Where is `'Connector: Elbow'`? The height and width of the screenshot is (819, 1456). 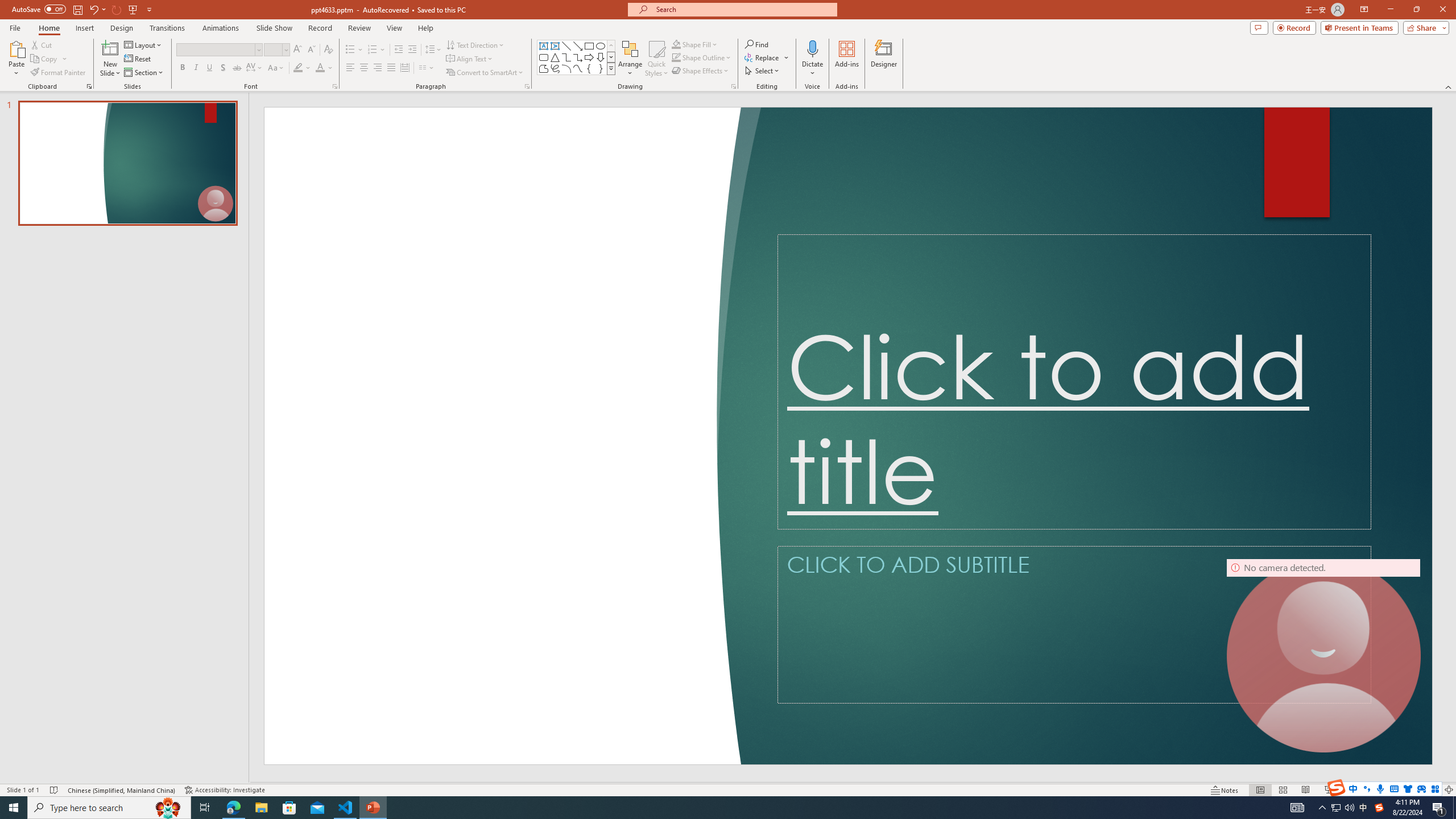 'Connector: Elbow' is located at coordinates (565, 56).